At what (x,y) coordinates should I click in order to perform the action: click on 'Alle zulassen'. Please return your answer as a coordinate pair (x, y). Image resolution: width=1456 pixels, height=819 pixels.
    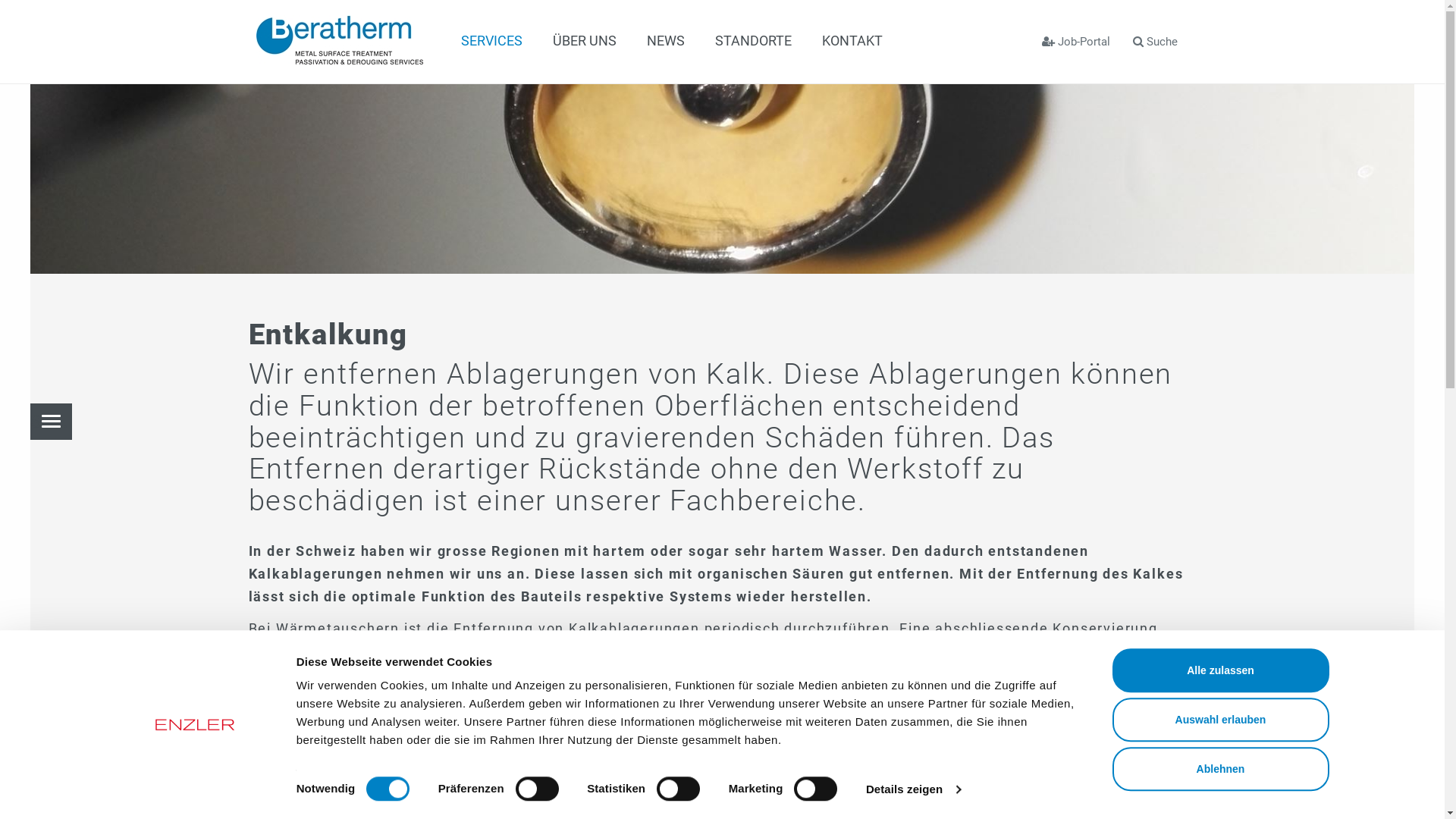
    Looking at the image, I should click on (1219, 669).